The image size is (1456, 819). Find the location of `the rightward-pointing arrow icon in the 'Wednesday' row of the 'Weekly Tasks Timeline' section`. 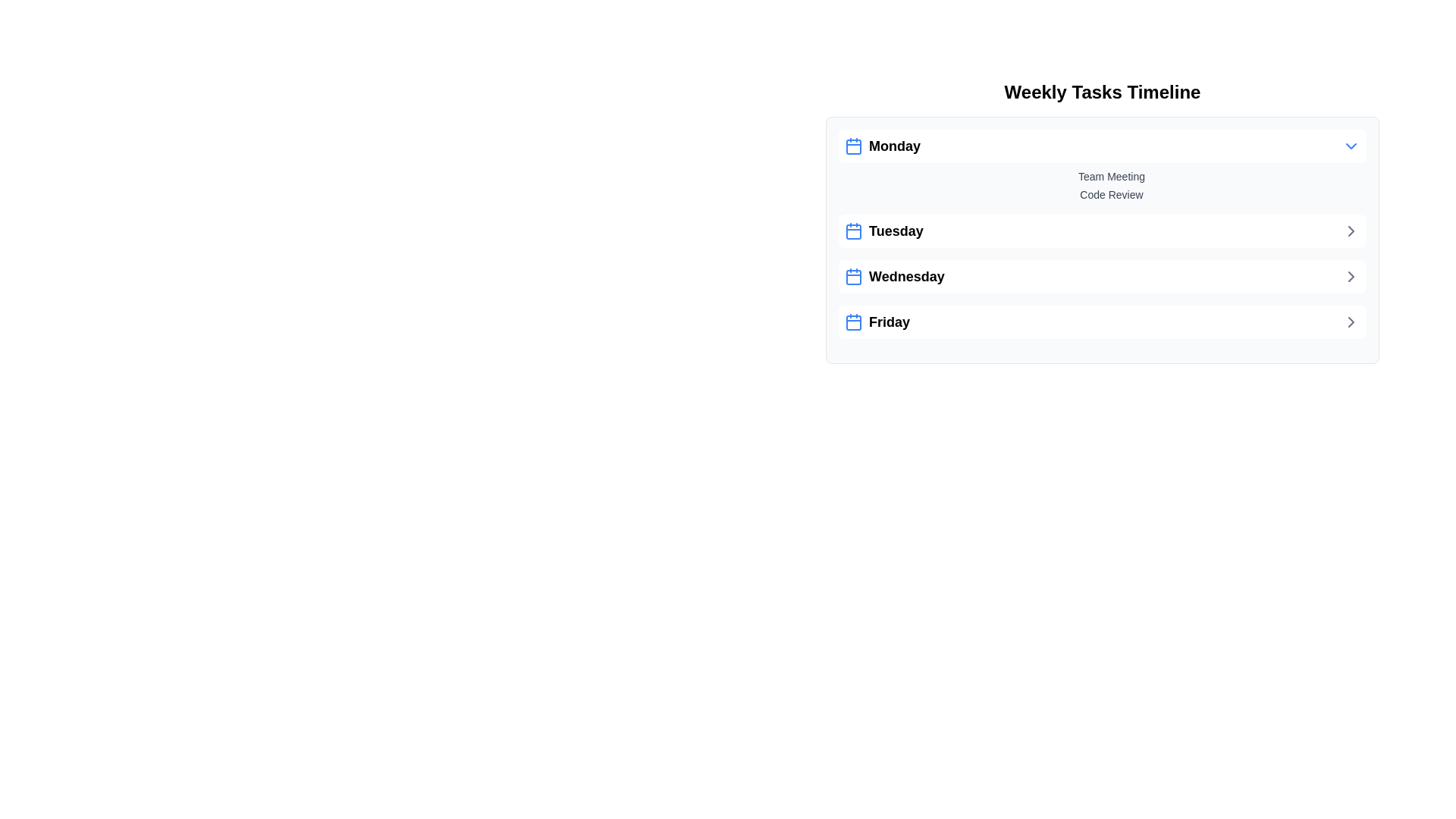

the rightward-pointing arrow icon in the 'Wednesday' row of the 'Weekly Tasks Timeline' section is located at coordinates (1351, 277).